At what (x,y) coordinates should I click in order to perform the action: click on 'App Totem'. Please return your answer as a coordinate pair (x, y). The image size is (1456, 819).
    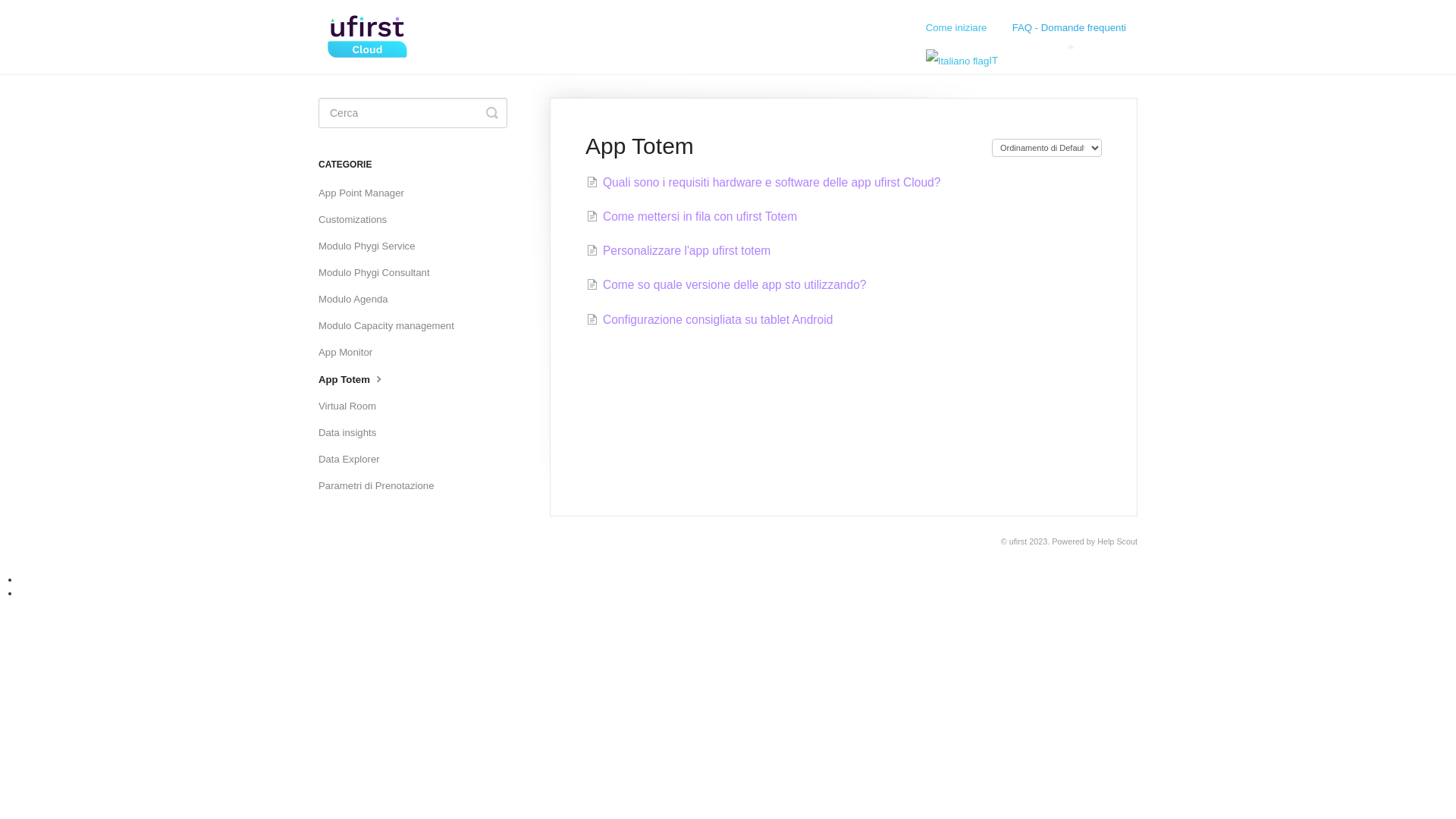
    Looking at the image, I should click on (357, 378).